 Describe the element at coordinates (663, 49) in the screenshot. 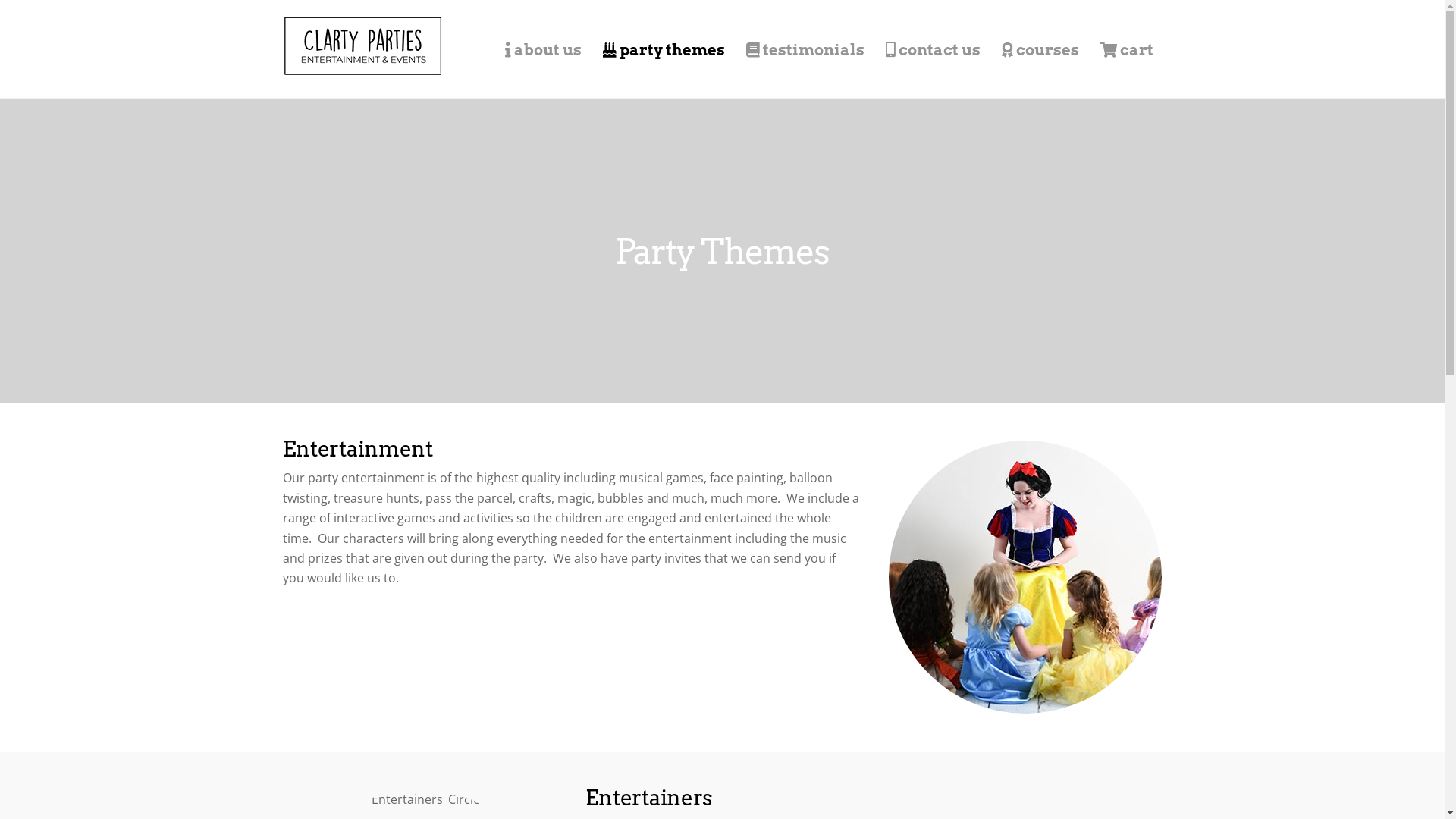

I see `'party themes'` at that location.